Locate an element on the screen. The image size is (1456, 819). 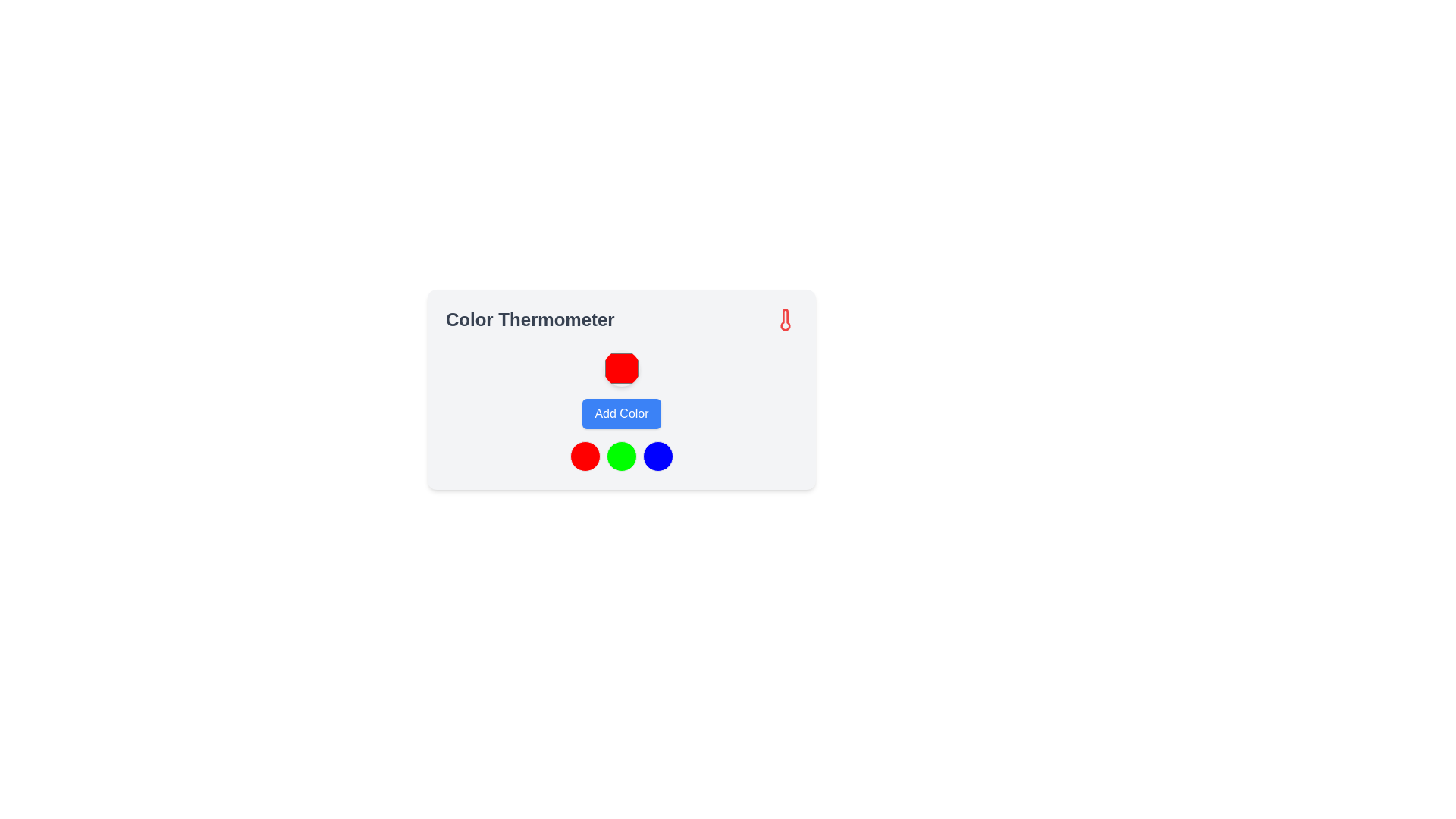
the text content of the Header bar, which indicates the color and thermometer-related features below it is located at coordinates (622, 318).